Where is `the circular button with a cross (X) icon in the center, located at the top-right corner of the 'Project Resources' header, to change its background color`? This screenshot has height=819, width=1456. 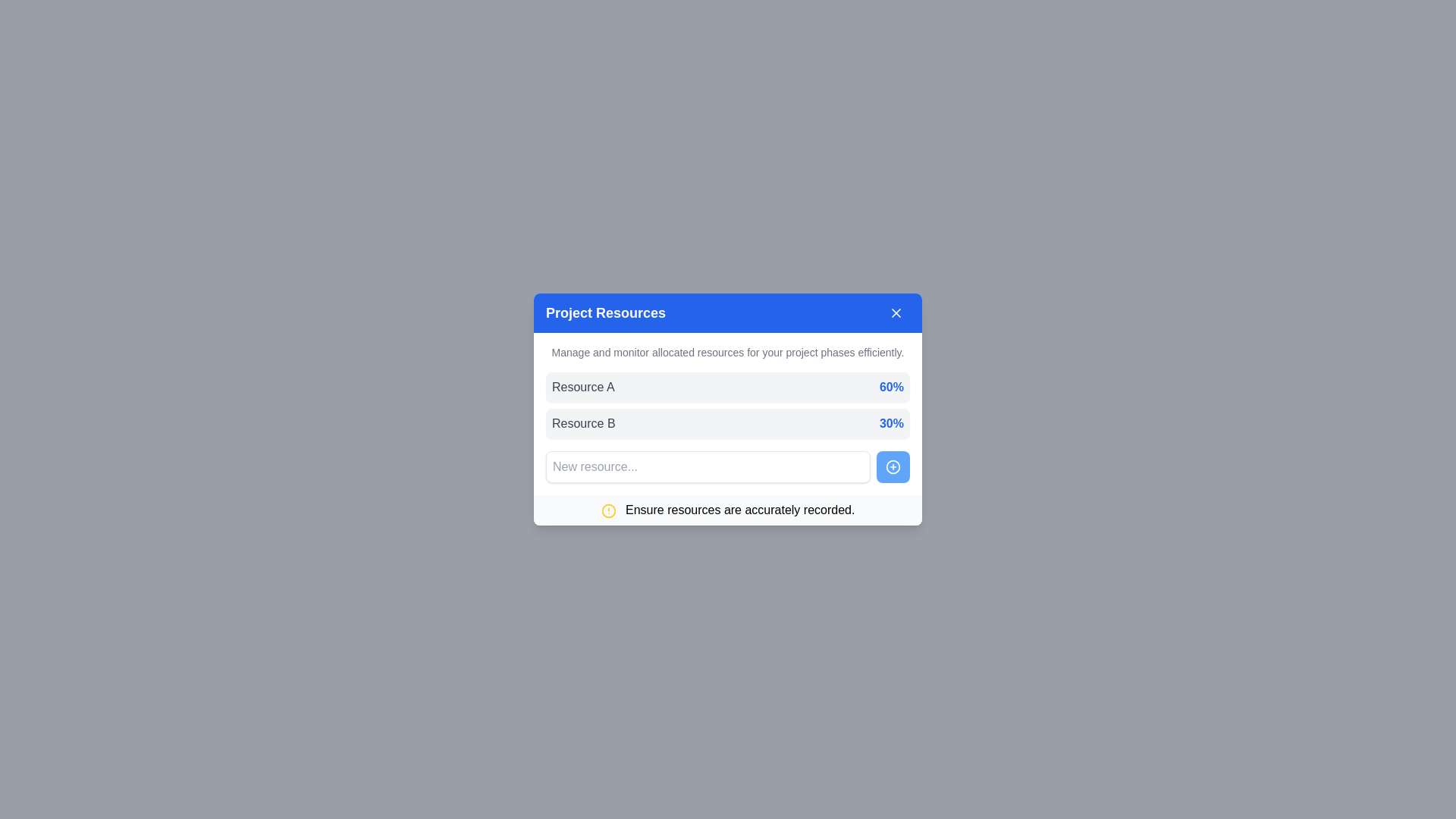 the circular button with a cross (X) icon in the center, located at the top-right corner of the 'Project Resources' header, to change its background color is located at coordinates (896, 312).